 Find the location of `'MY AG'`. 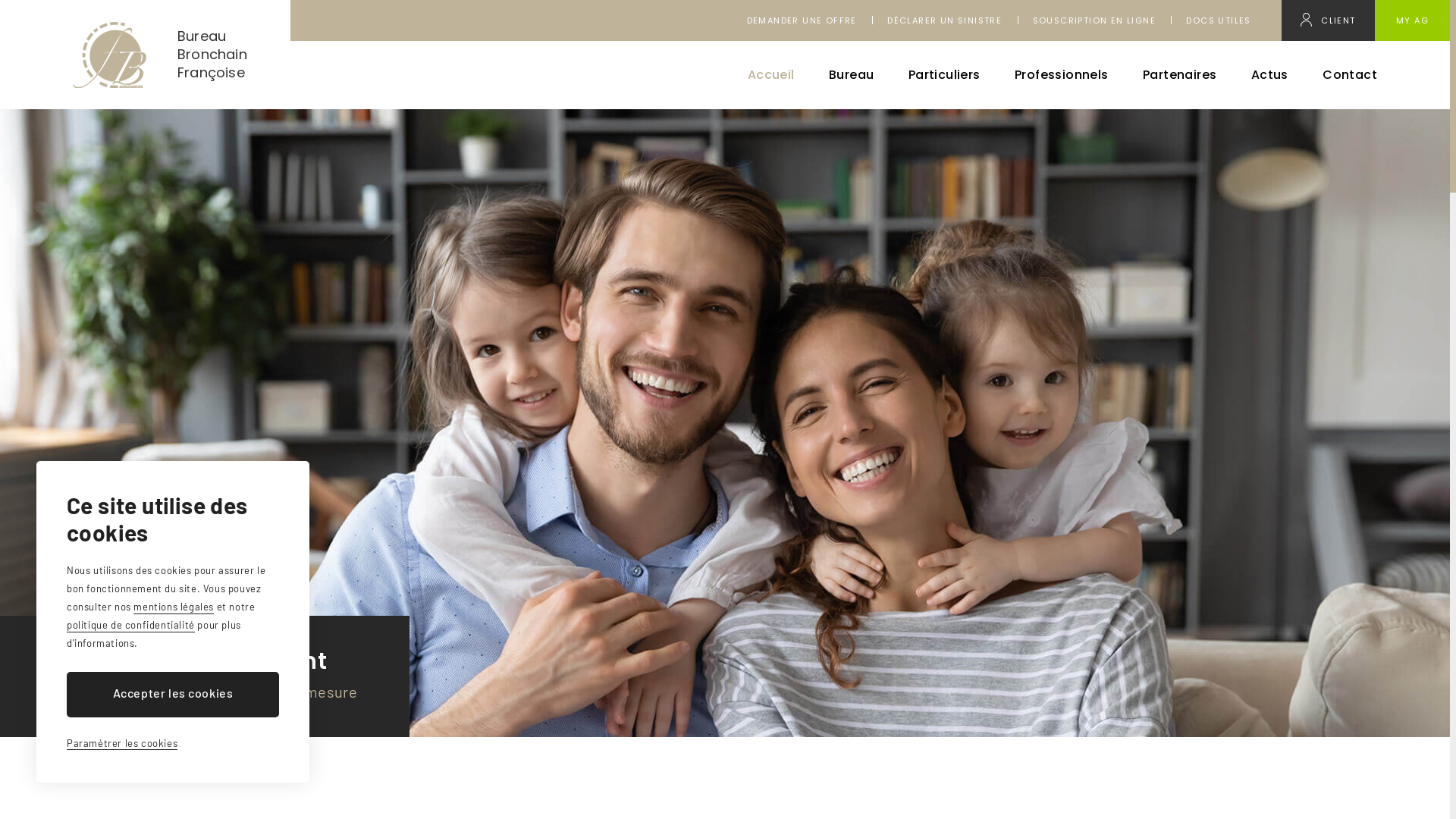

'MY AG' is located at coordinates (1411, 20).